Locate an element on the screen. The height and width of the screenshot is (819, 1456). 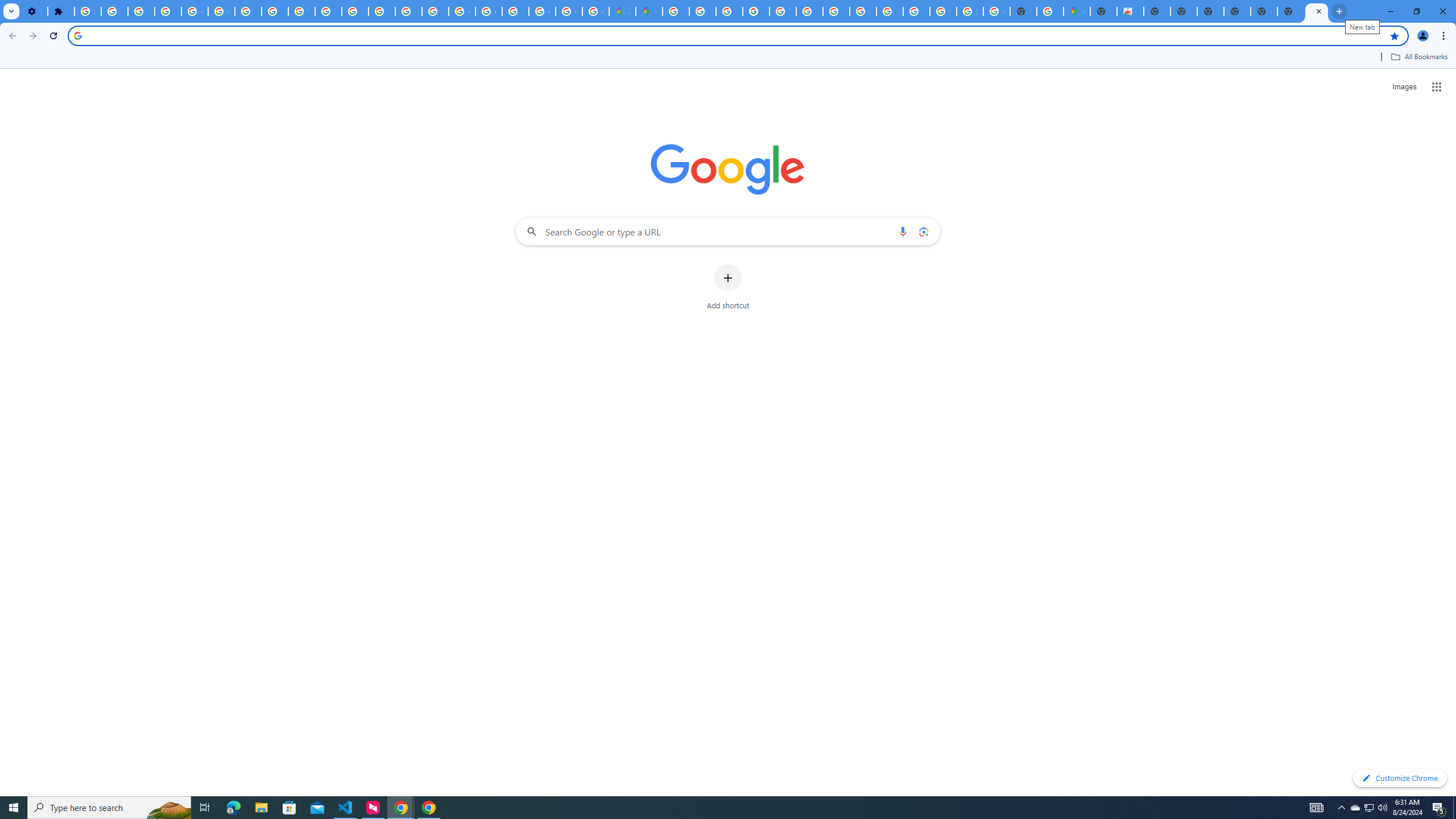
'Settings - On startup' is located at coordinates (34, 11).